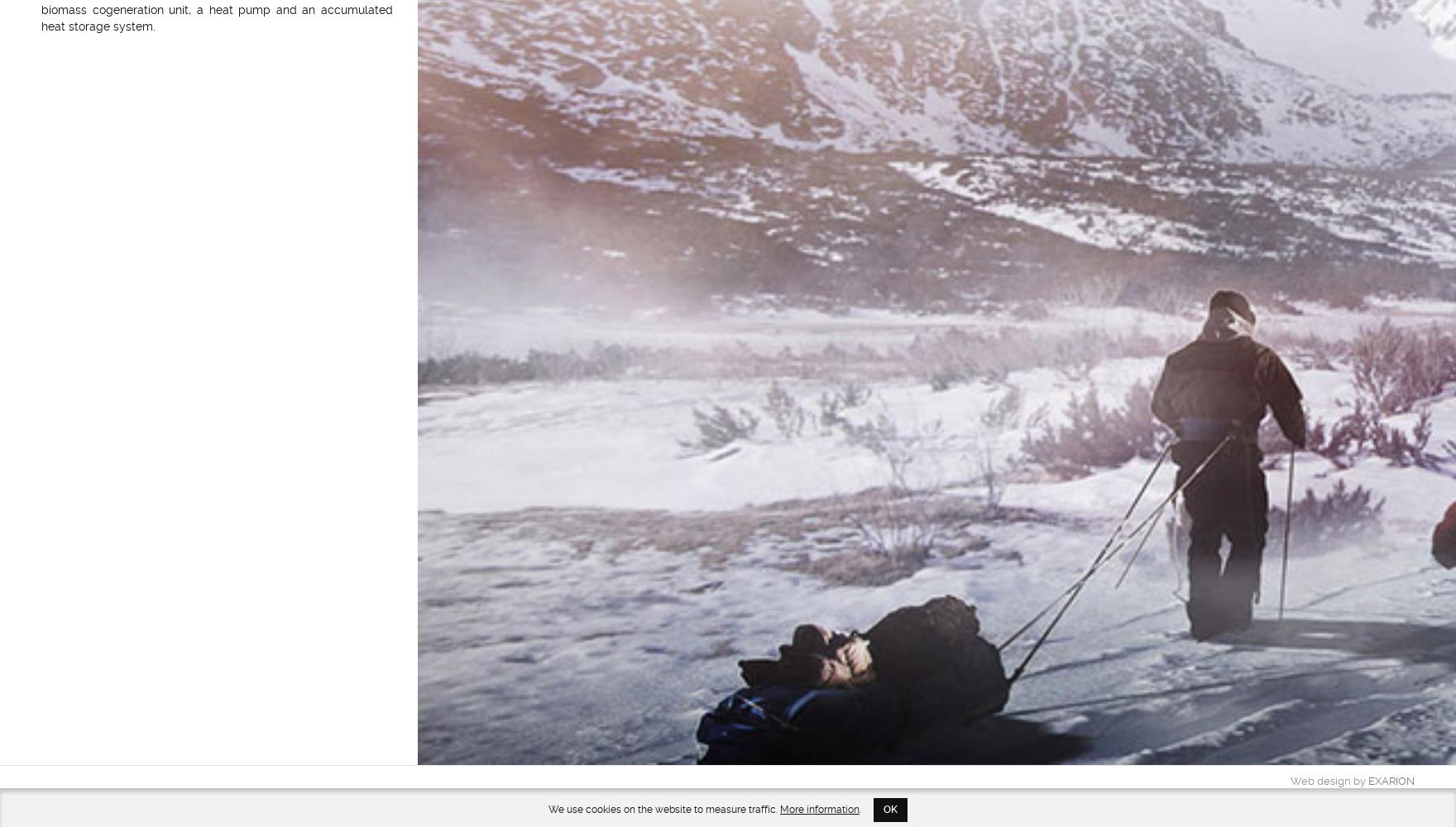 This screenshot has width=1456, height=827. Describe the element at coordinates (861, 808) in the screenshot. I see `'.'` at that location.